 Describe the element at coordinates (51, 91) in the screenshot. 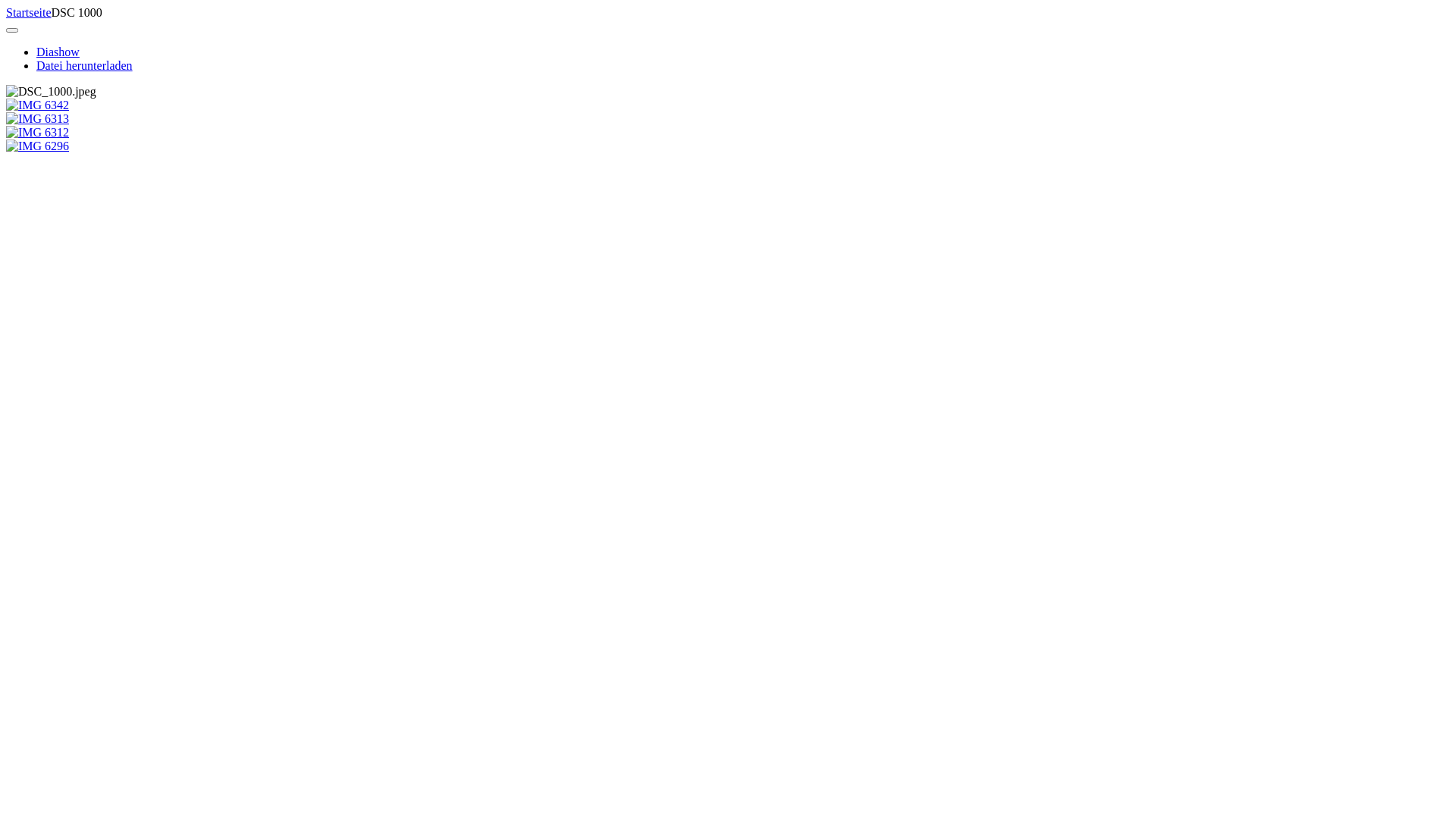

I see `'DSC 1000 - DSC_1000.jpeg'` at that location.